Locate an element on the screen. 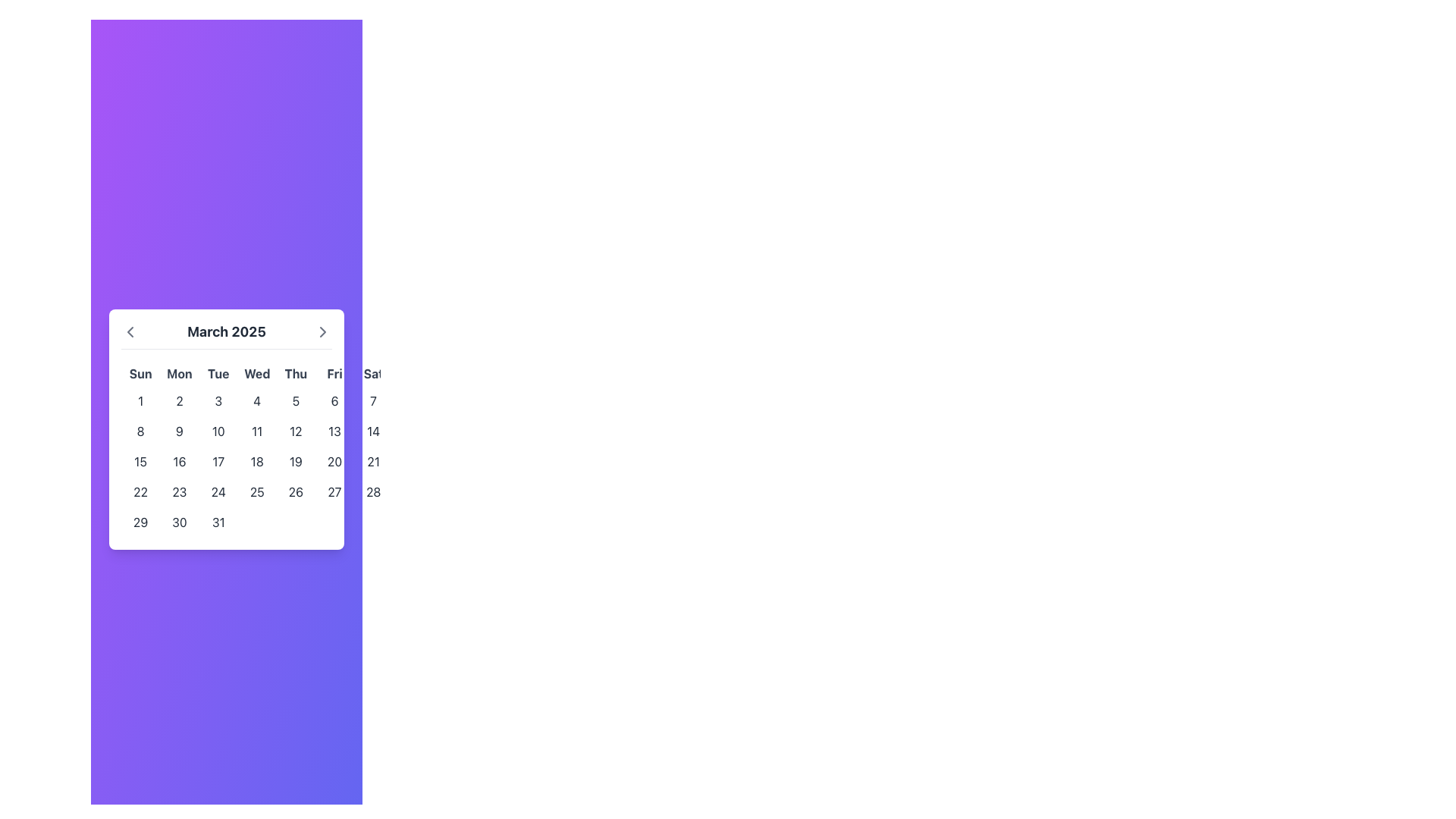 The image size is (1456, 819). the highlighted day, the 10th, in the white interactive calendar component with rounded corners and a shadow effect is located at coordinates (225, 429).